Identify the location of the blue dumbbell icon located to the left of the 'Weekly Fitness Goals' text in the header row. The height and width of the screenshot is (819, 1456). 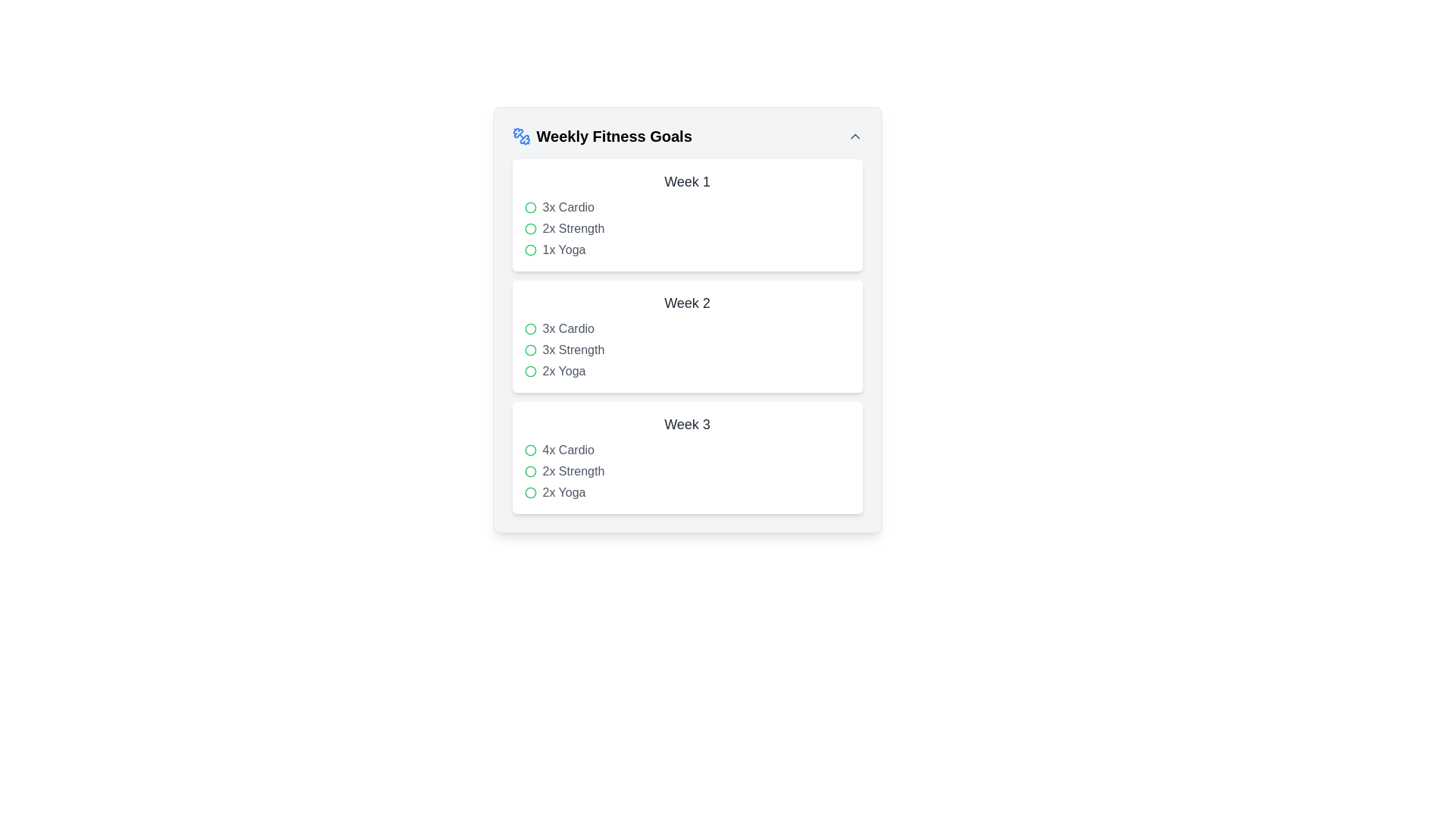
(521, 136).